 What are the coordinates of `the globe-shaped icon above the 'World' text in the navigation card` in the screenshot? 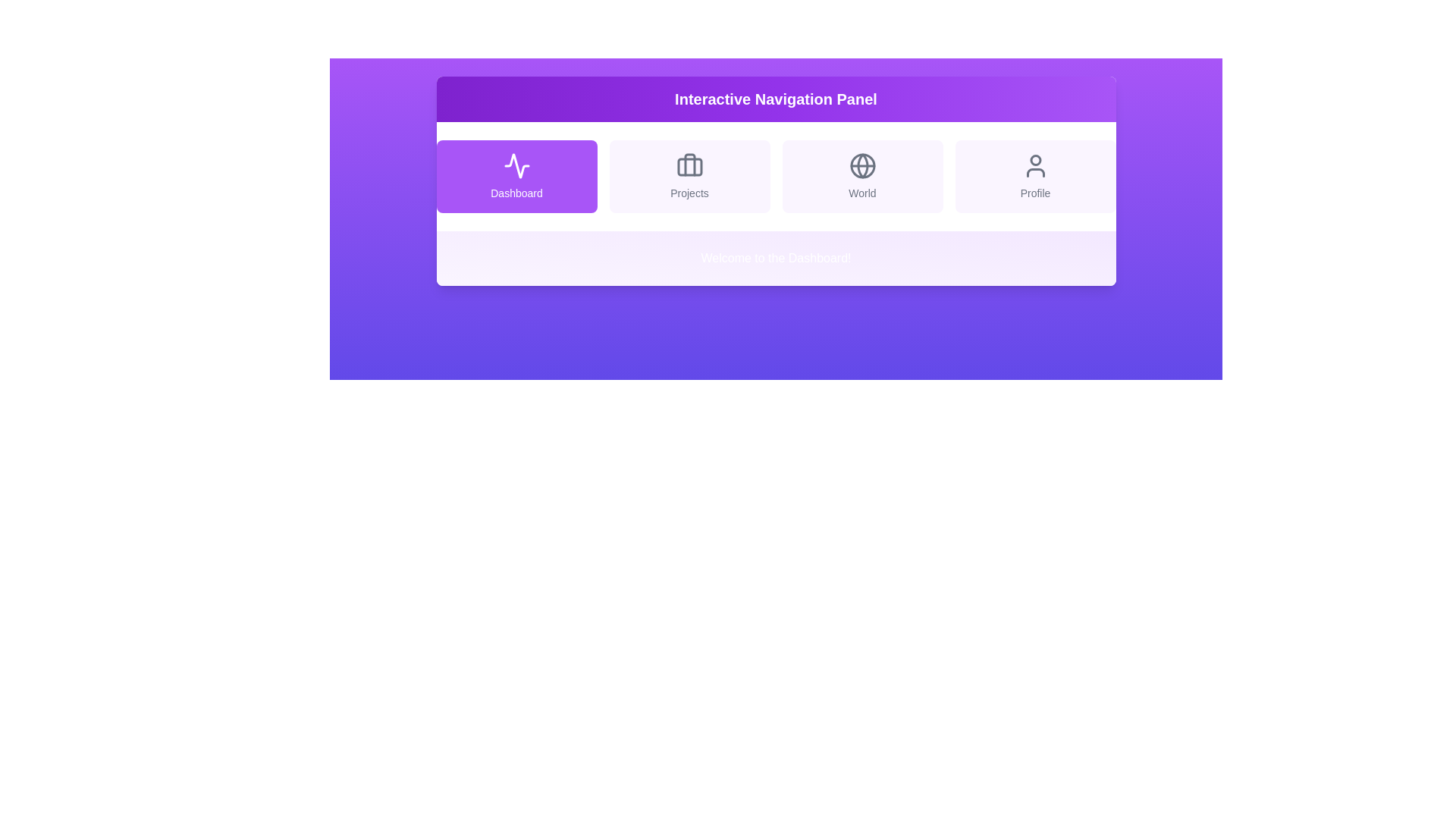 It's located at (862, 166).